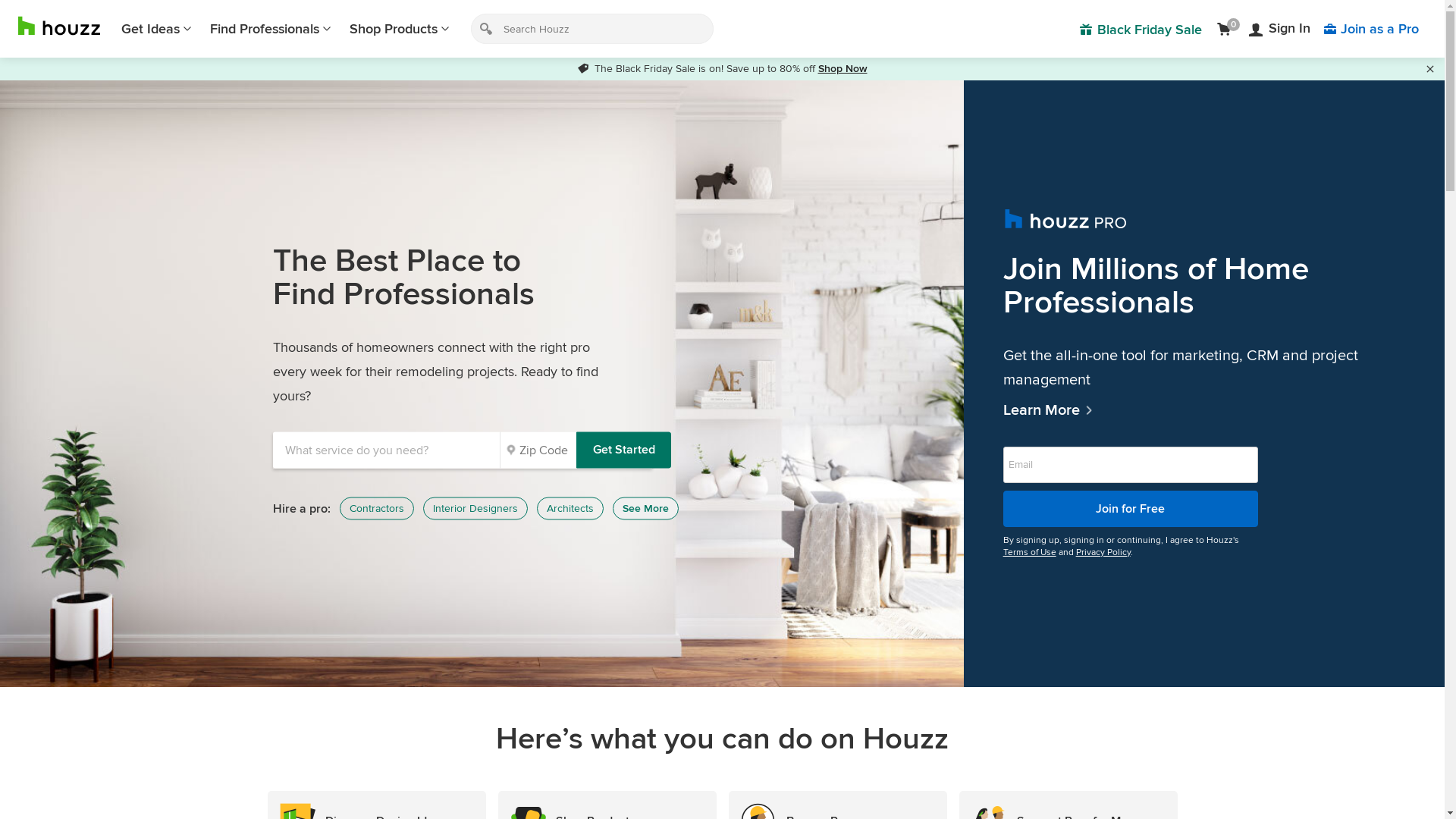  I want to click on 'Shop Products', so click(340, 29).